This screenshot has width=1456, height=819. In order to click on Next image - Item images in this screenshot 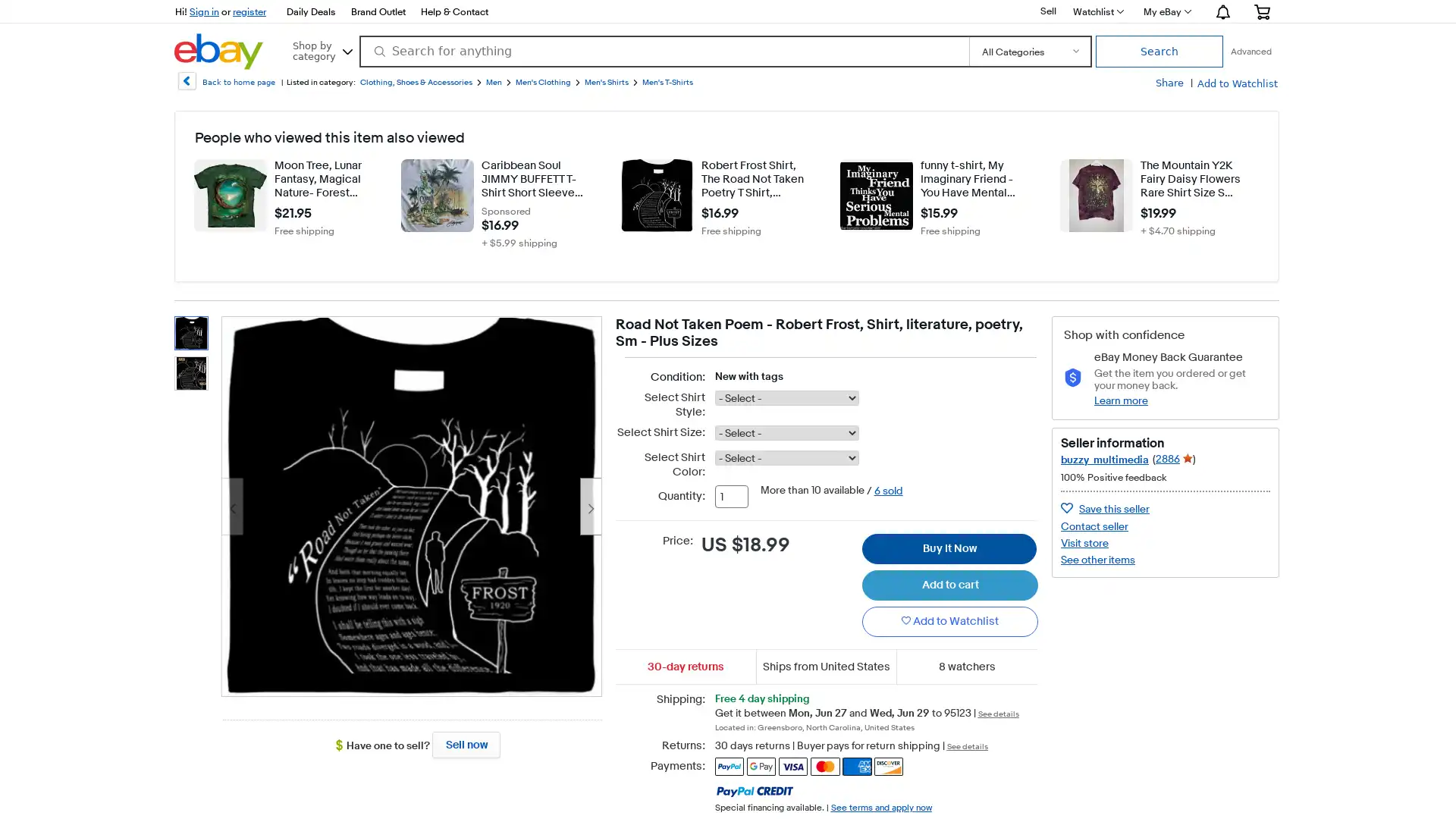, I will do `click(589, 506)`.